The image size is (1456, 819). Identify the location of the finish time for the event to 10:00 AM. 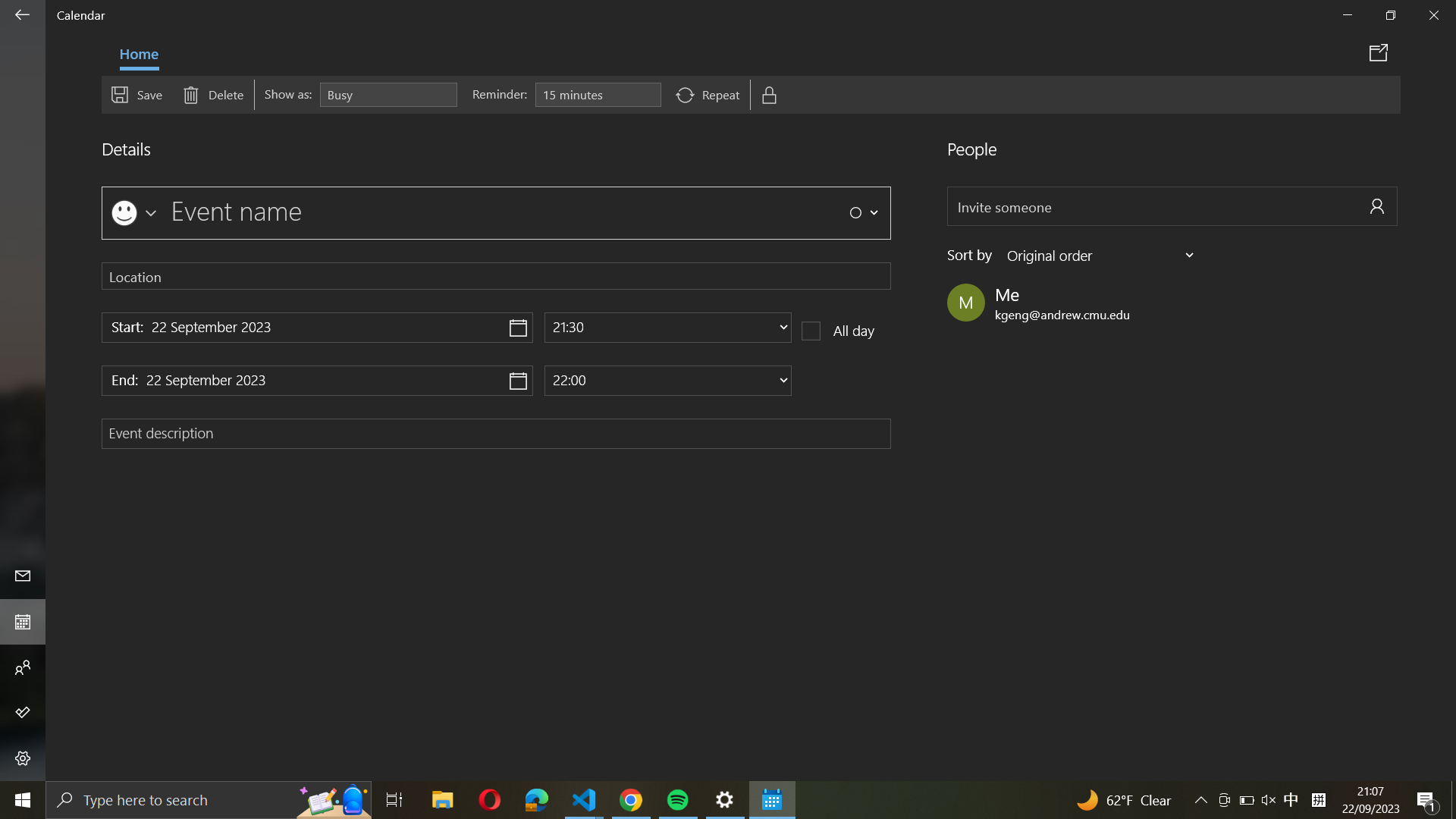
(667, 379).